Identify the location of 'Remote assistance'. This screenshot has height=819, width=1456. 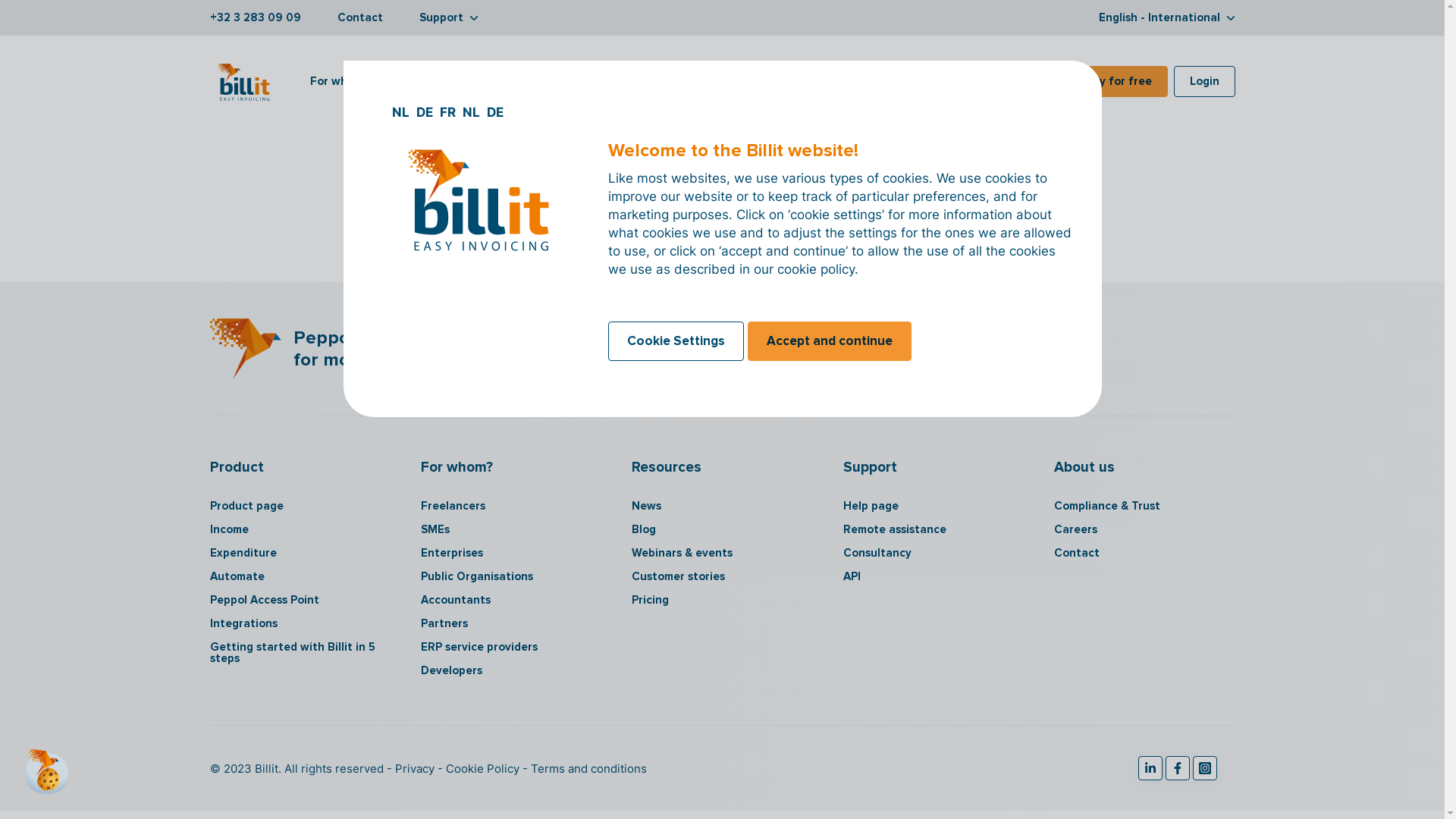
(843, 529).